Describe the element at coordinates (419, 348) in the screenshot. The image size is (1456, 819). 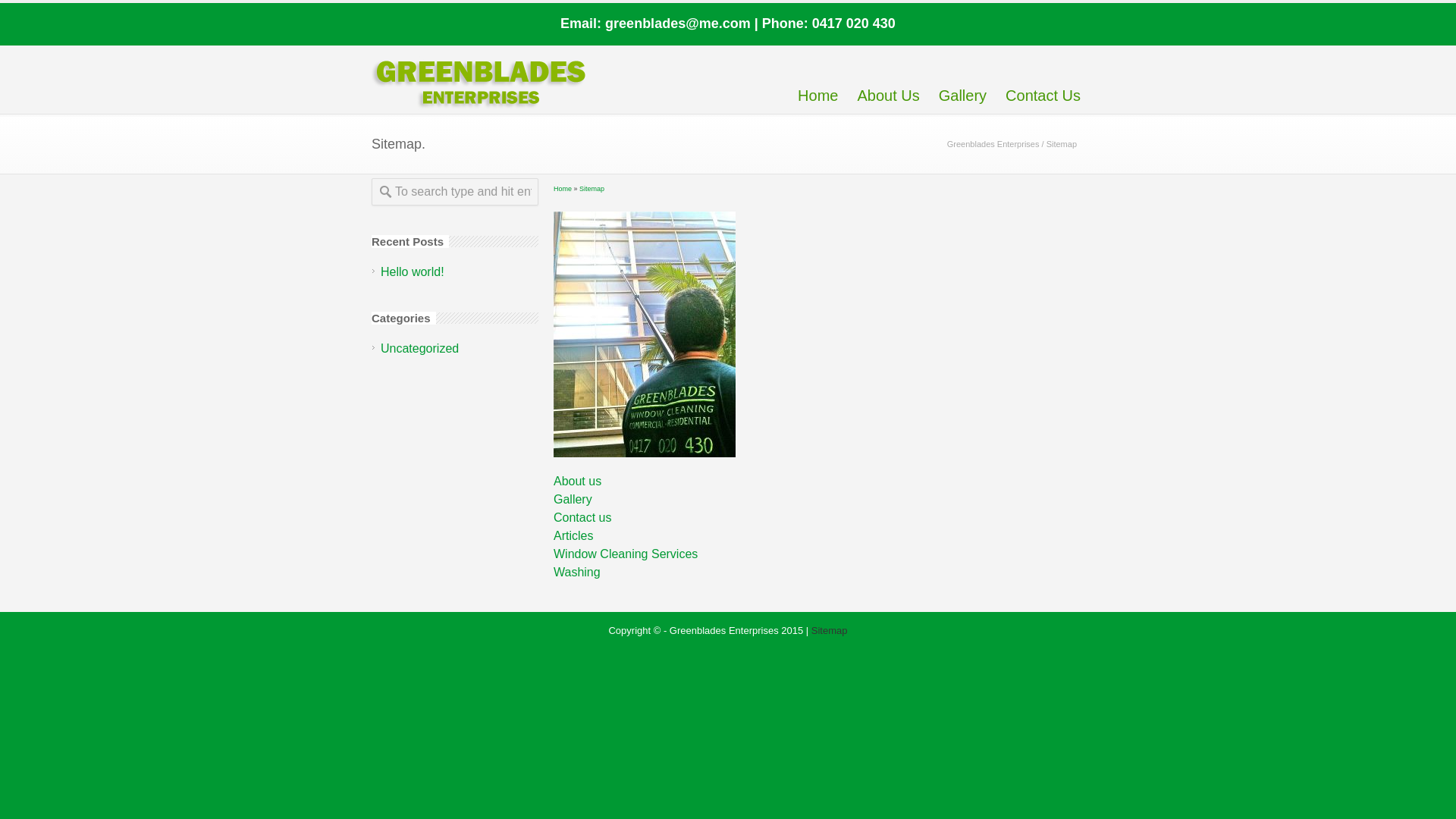
I see `'Uncategorized'` at that location.